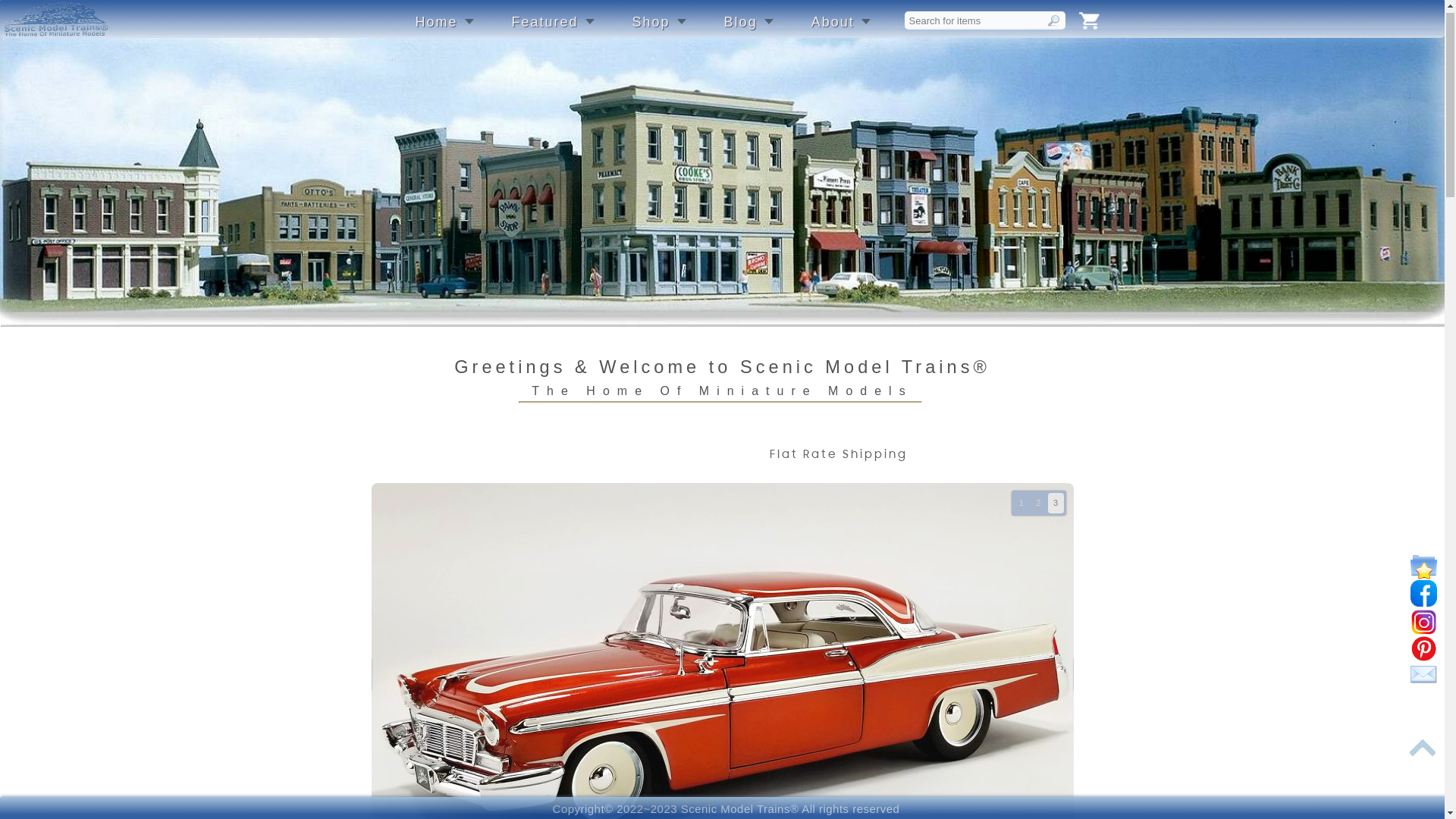 This screenshot has width=1456, height=819. Describe the element at coordinates (1422, 755) in the screenshot. I see `'Go to Top of the Page'` at that location.